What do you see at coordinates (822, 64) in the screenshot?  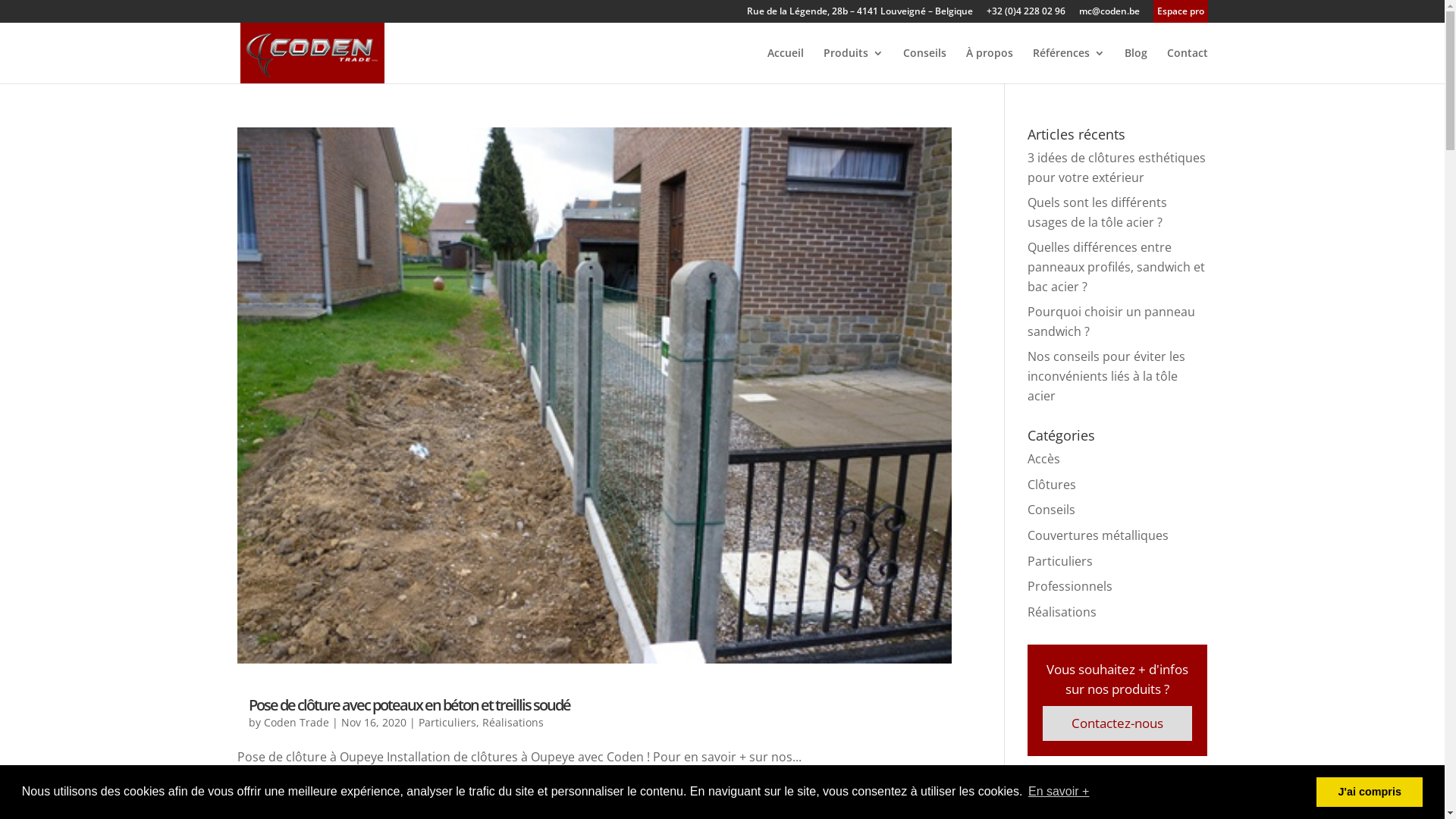 I see `'Produits'` at bounding box center [822, 64].